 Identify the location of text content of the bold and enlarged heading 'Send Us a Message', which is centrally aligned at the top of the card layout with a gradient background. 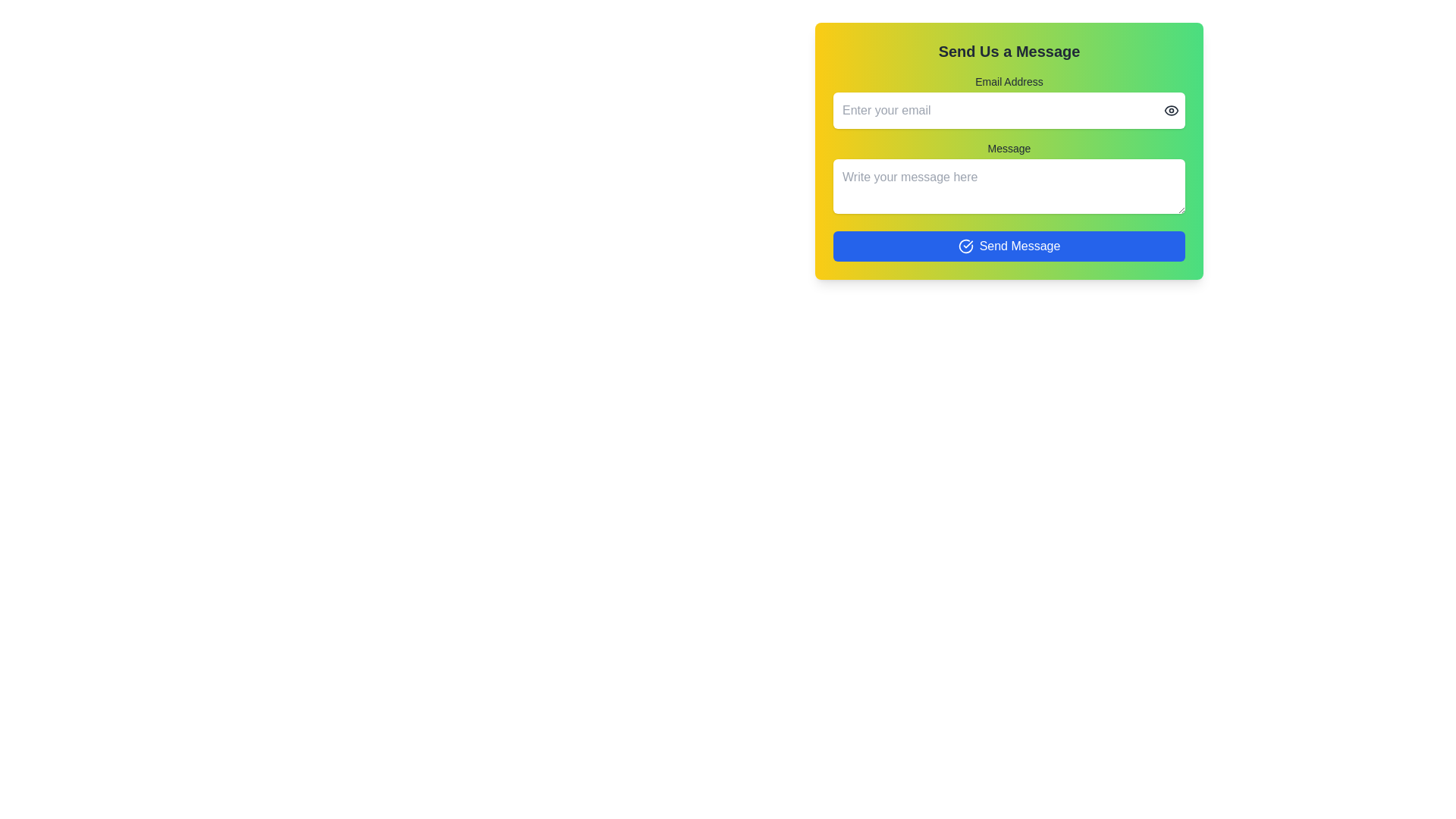
(1009, 51).